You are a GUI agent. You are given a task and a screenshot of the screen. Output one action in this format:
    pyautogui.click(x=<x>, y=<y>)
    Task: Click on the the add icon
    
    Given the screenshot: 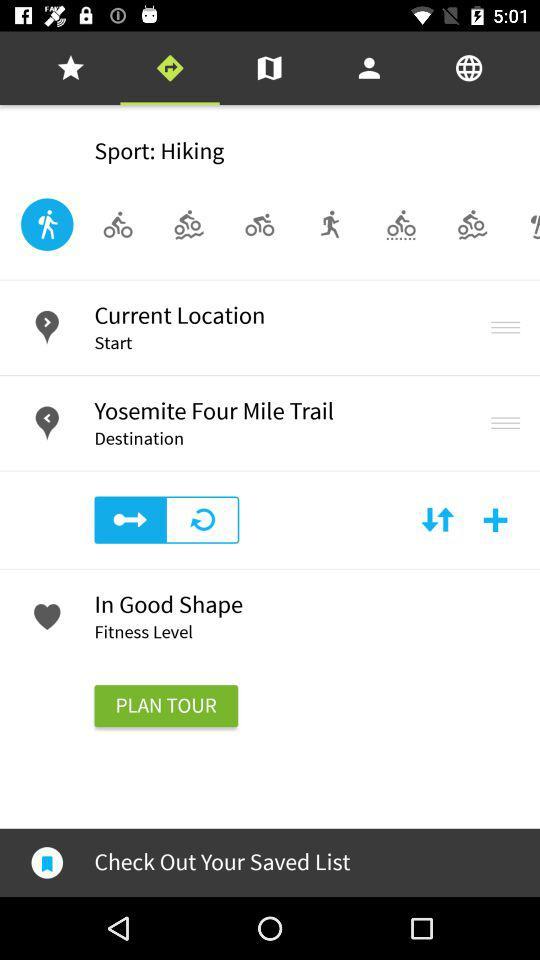 What is the action you would take?
    pyautogui.click(x=494, y=519)
    